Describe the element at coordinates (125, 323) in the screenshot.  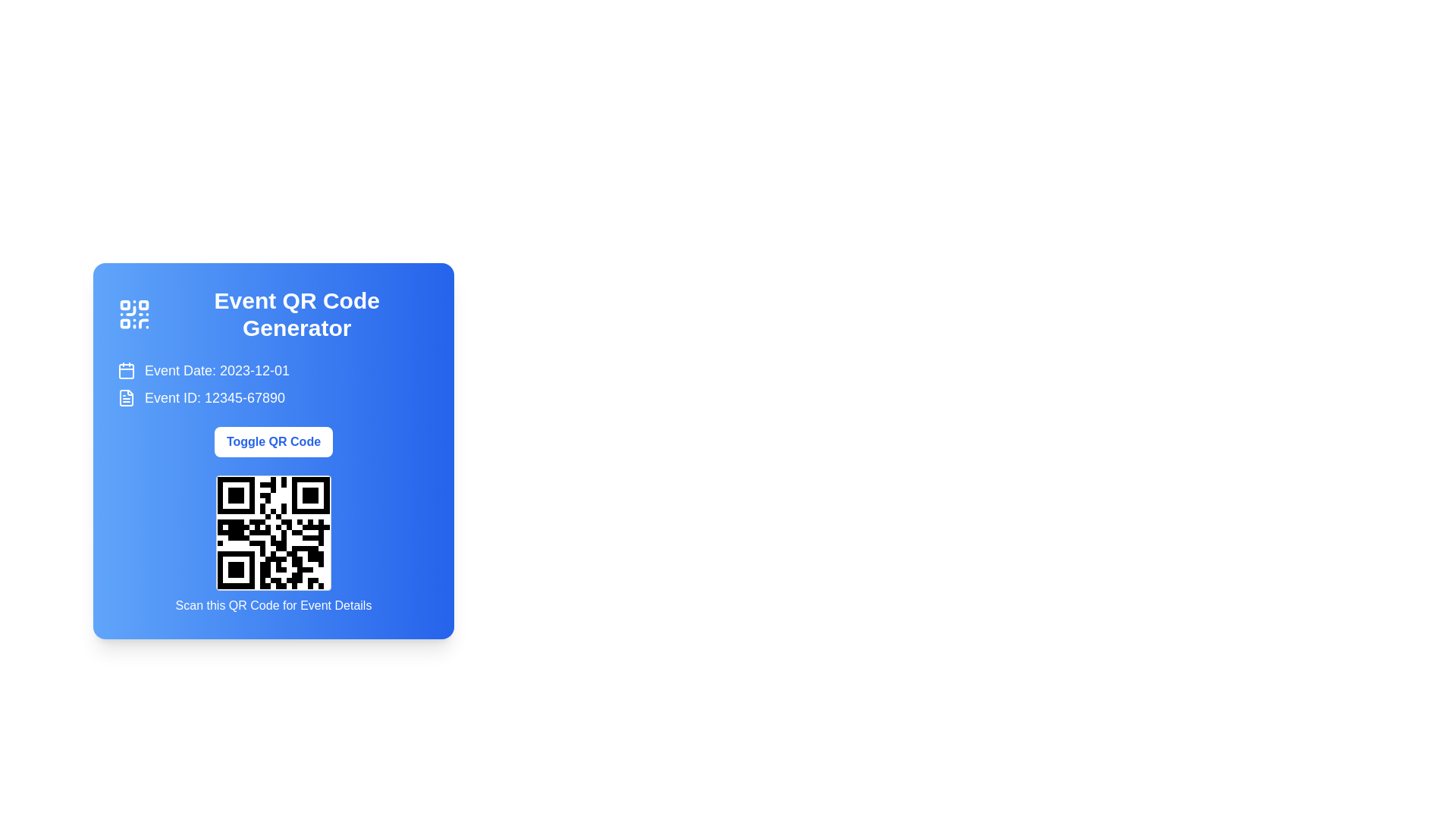
I see `the third square in the grid-like decorative QR-code icon, located at the bottom-left corner` at that location.